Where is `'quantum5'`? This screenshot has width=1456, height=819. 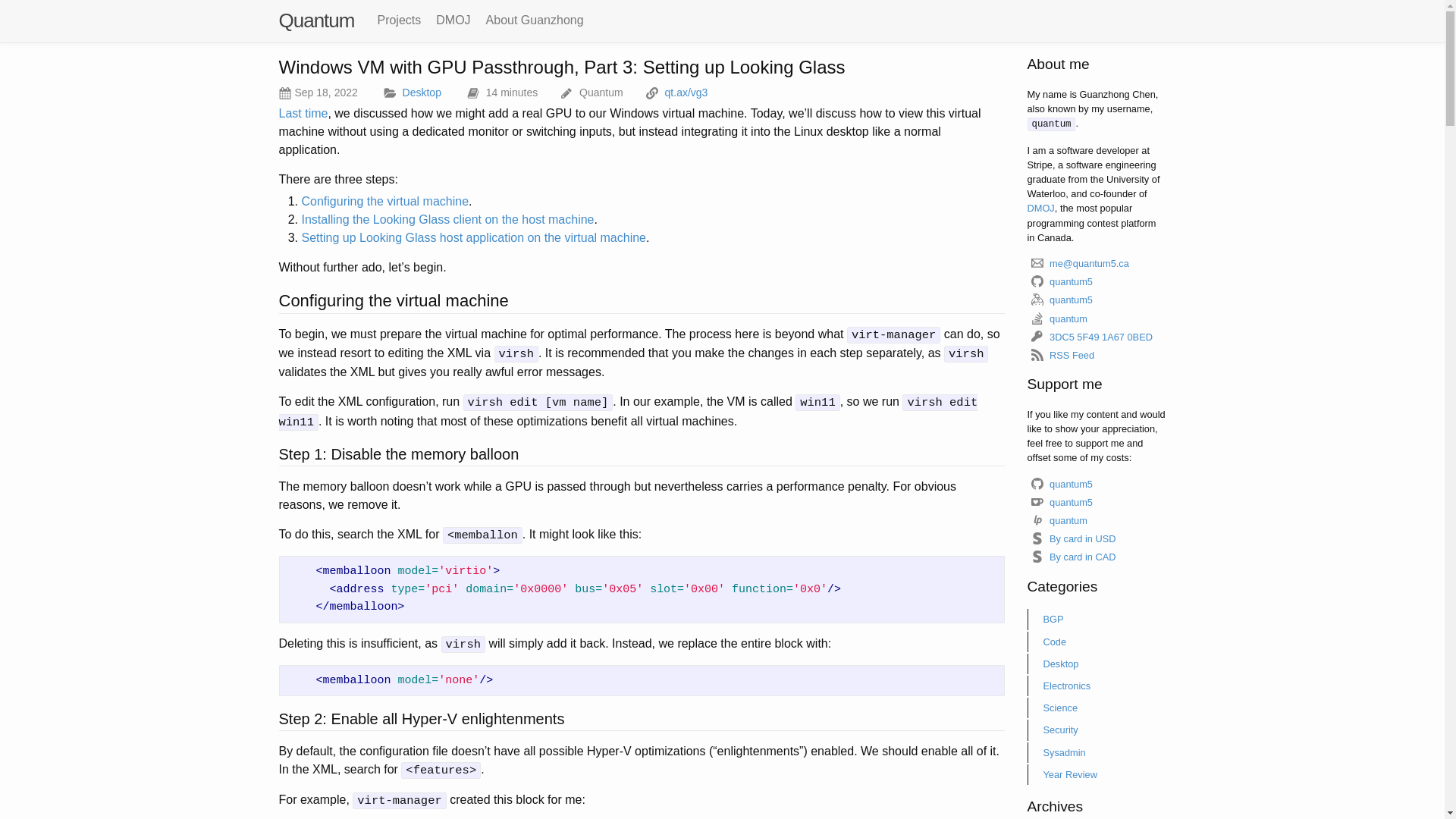 'quantum5' is located at coordinates (1060, 502).